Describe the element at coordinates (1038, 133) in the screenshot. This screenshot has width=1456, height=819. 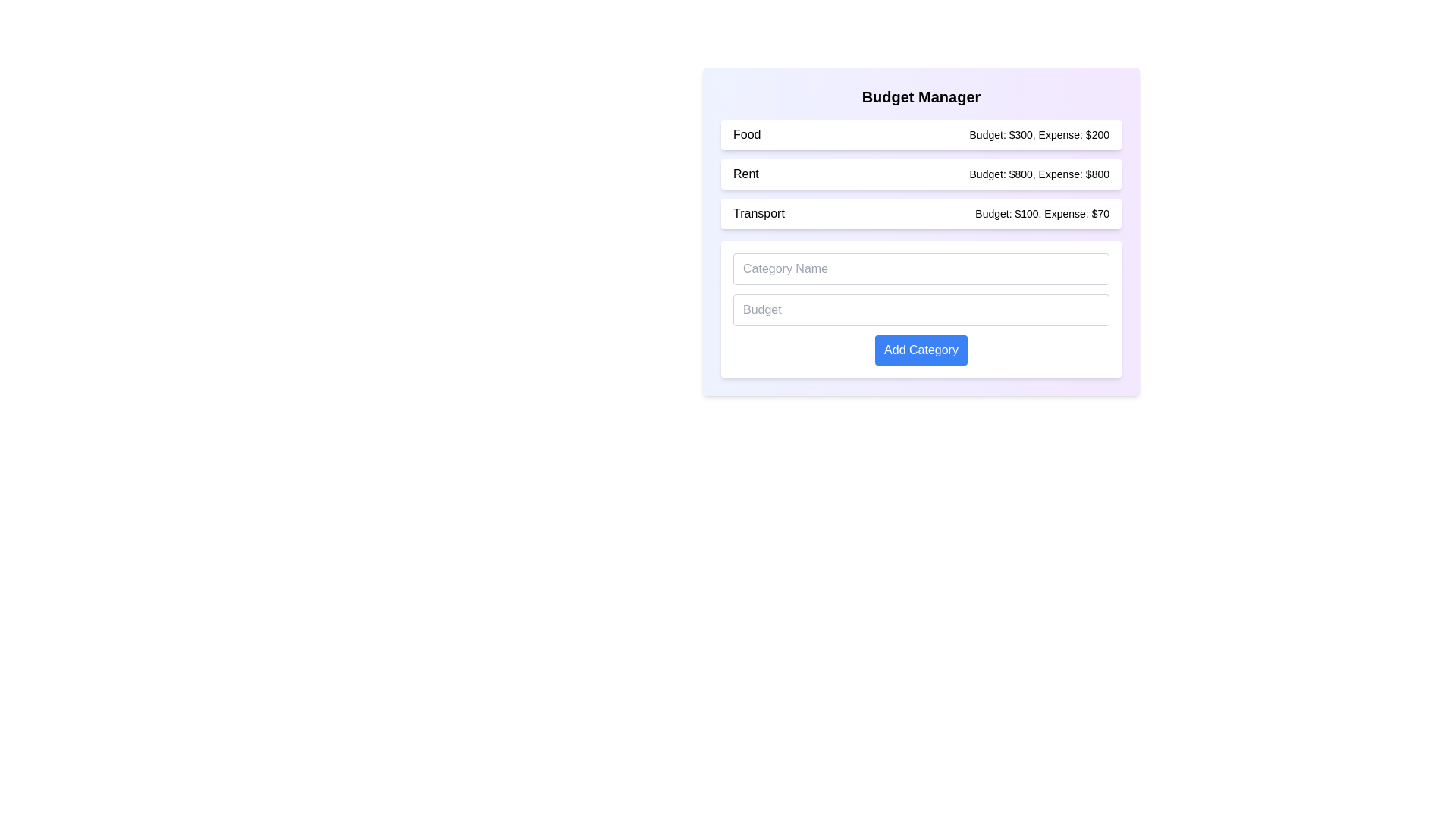
I see `information displayed in the text label that reads 'Budget: $300, Expense: $200', located on the far-right of the horizontal bar labeled 'Food'` at that location.